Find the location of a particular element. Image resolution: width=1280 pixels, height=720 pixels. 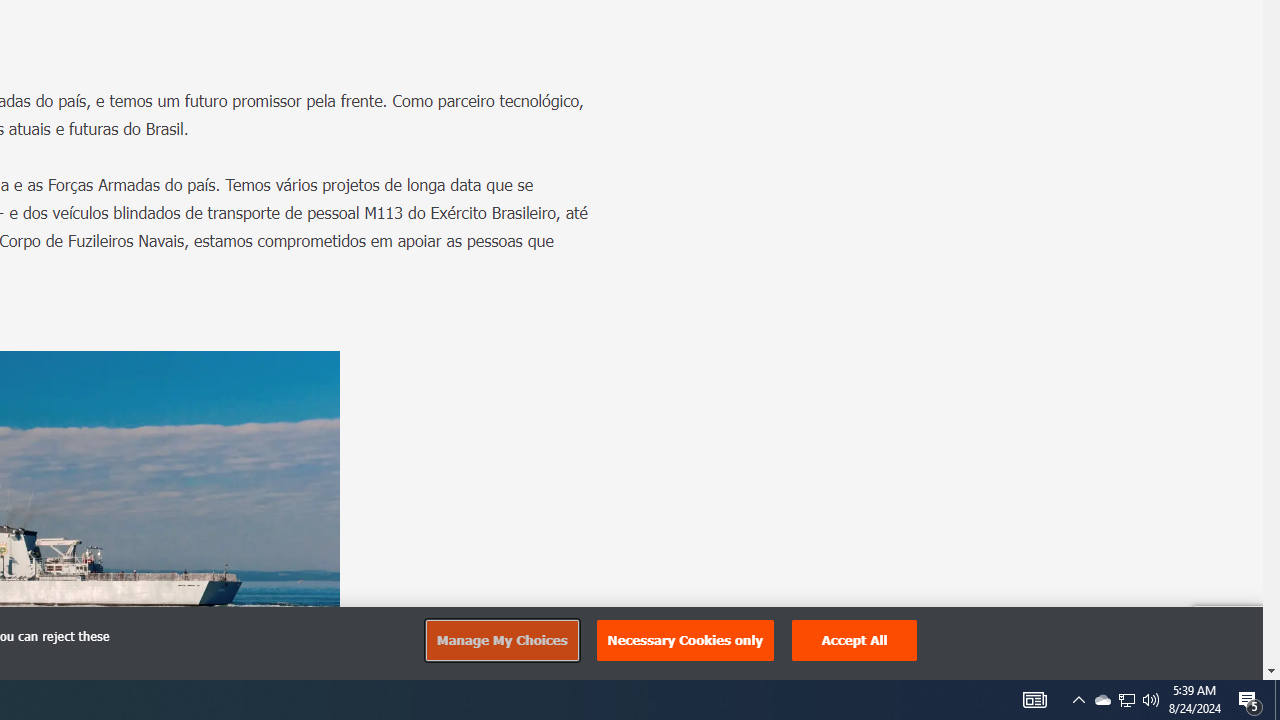

'Necessary Cookies only' is located at coordinates (685, 640).